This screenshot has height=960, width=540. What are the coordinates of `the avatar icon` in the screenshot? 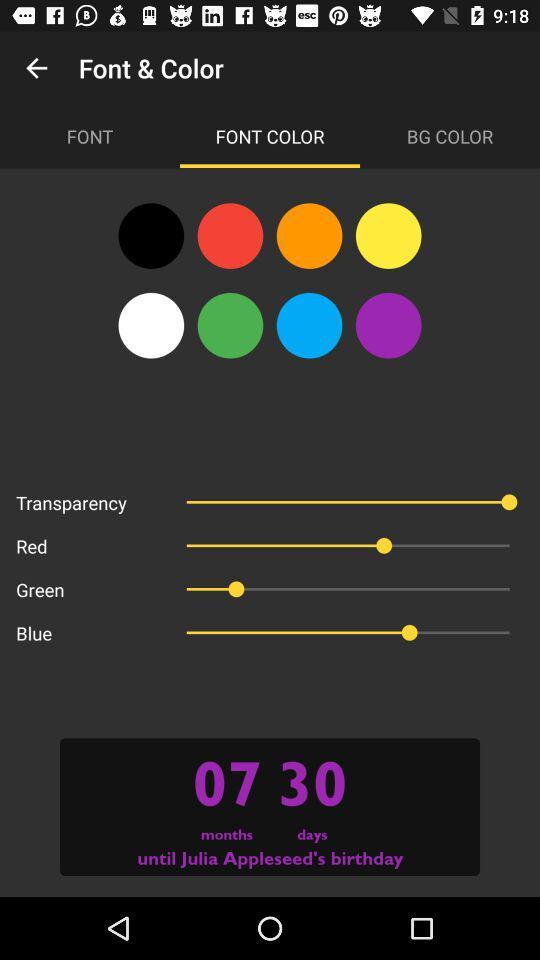 It's located at (229, 325).